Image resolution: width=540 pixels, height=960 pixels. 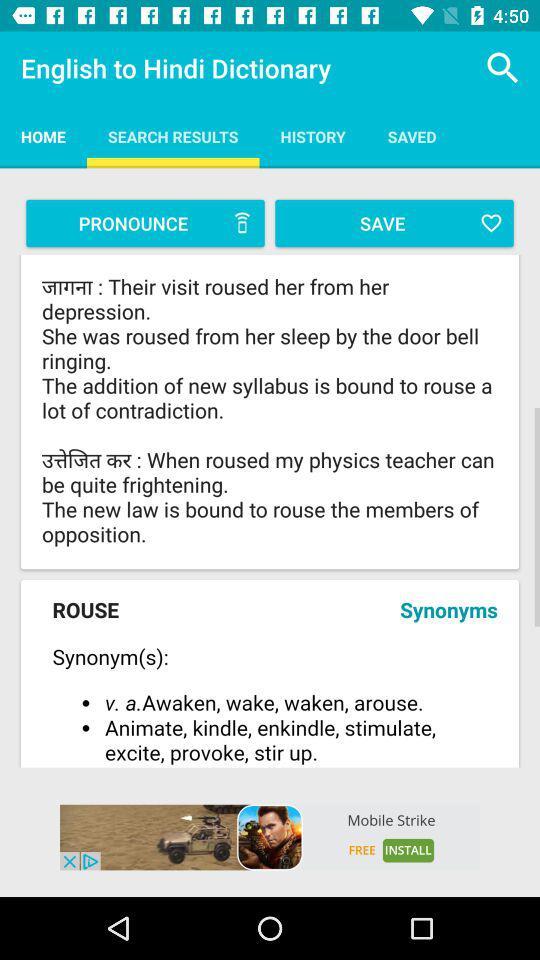 What do you see at coordinates (411, 135) in the screenshot?
I see `the text next to history` at bounding box center [411, 135].